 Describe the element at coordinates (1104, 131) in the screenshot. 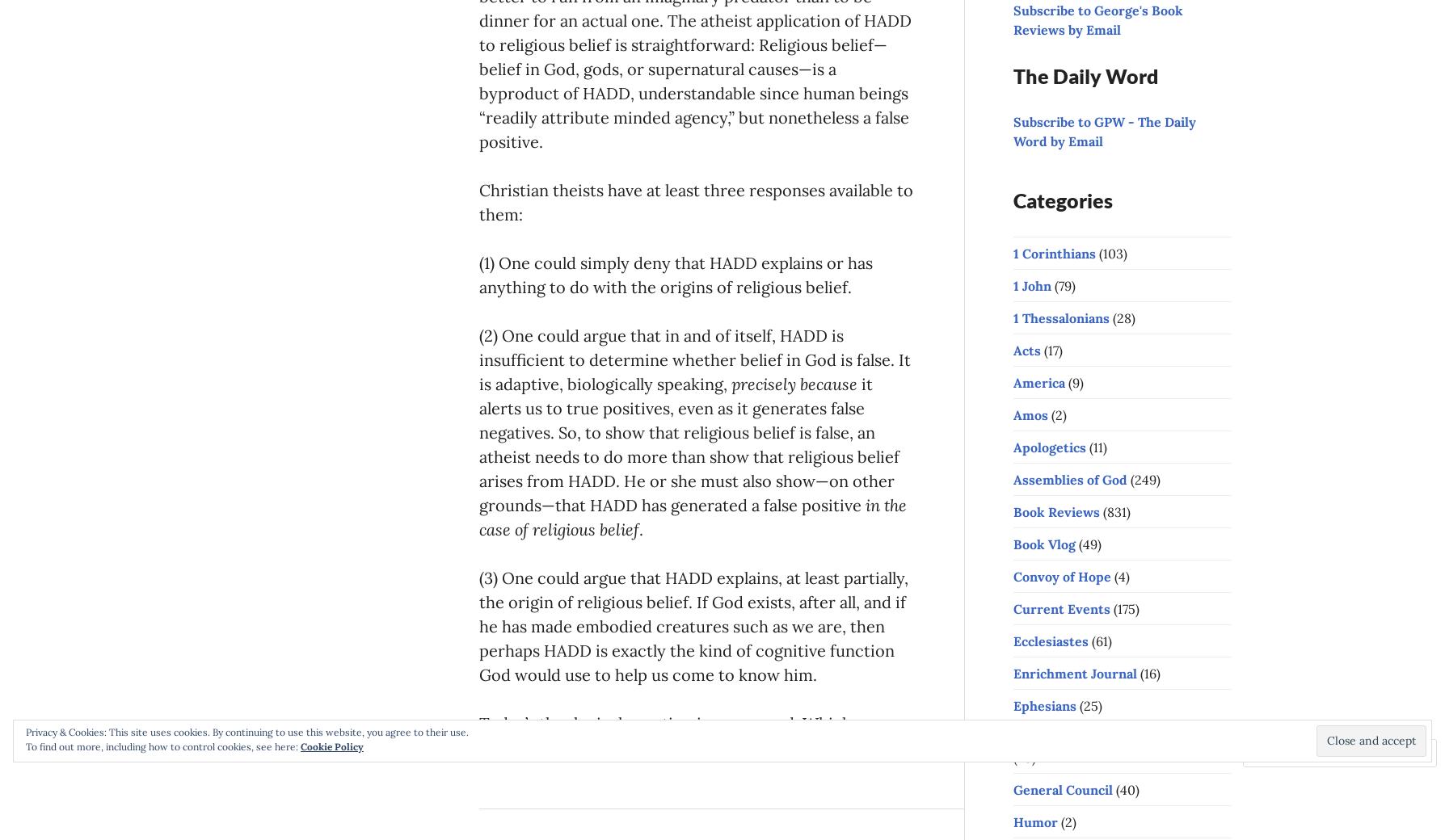

I see `'Subscribe to GPW - The Daily Word by Email'` at that location.